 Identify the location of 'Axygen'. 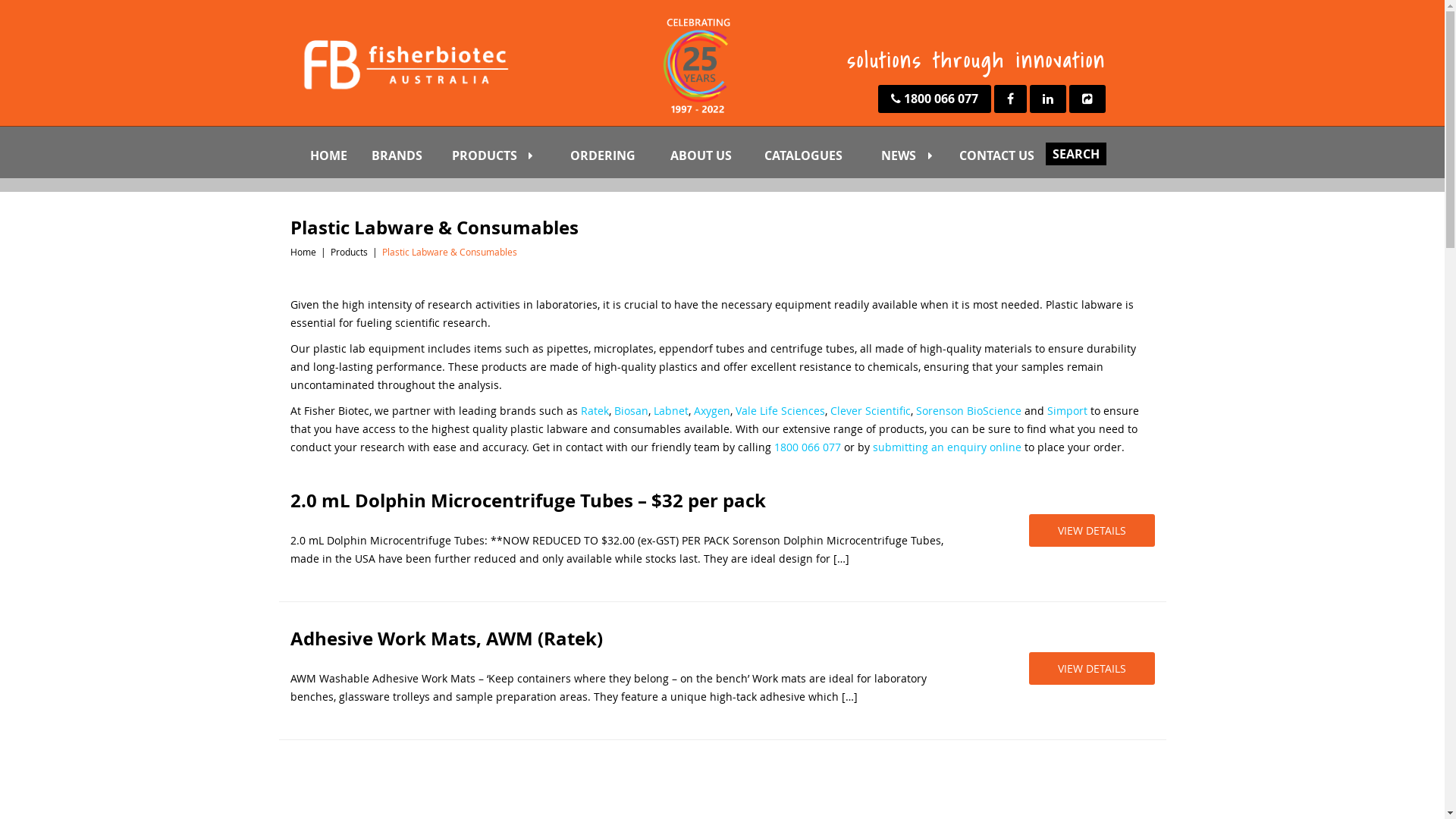
(710, 410).